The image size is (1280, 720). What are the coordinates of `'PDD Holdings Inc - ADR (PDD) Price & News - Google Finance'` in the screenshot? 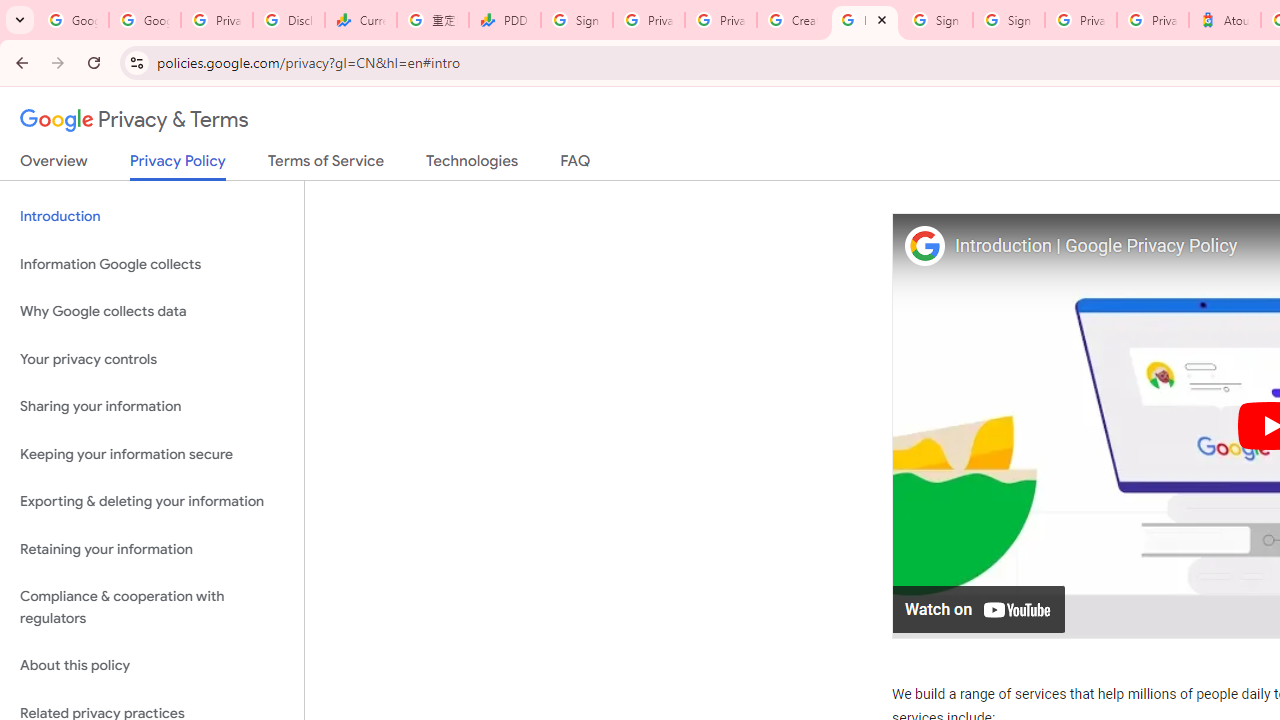 It's located at (504, 20).